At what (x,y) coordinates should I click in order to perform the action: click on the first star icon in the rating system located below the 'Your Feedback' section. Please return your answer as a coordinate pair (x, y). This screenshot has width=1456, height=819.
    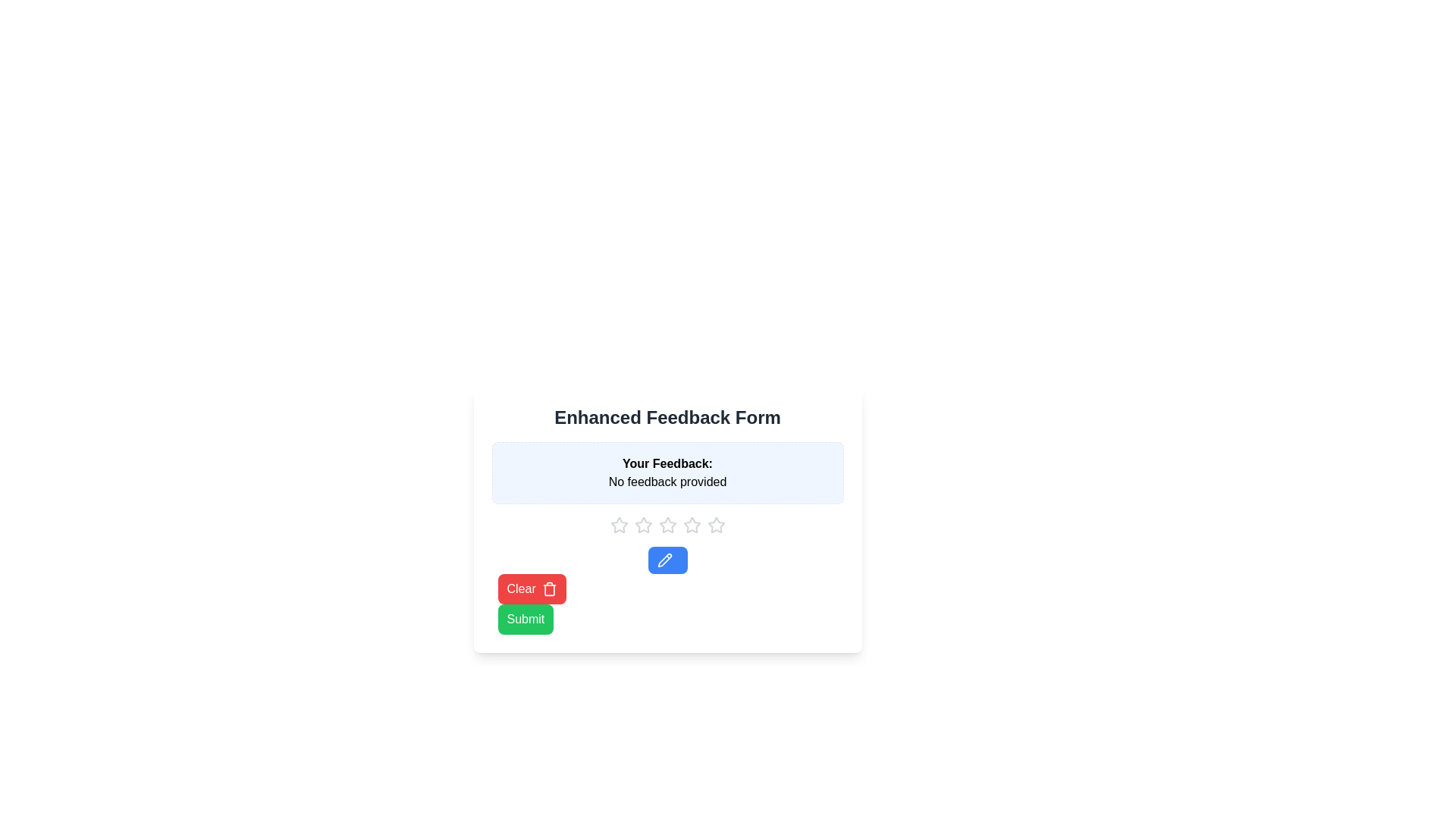
    Looking at the image, I should click on (643, 524).